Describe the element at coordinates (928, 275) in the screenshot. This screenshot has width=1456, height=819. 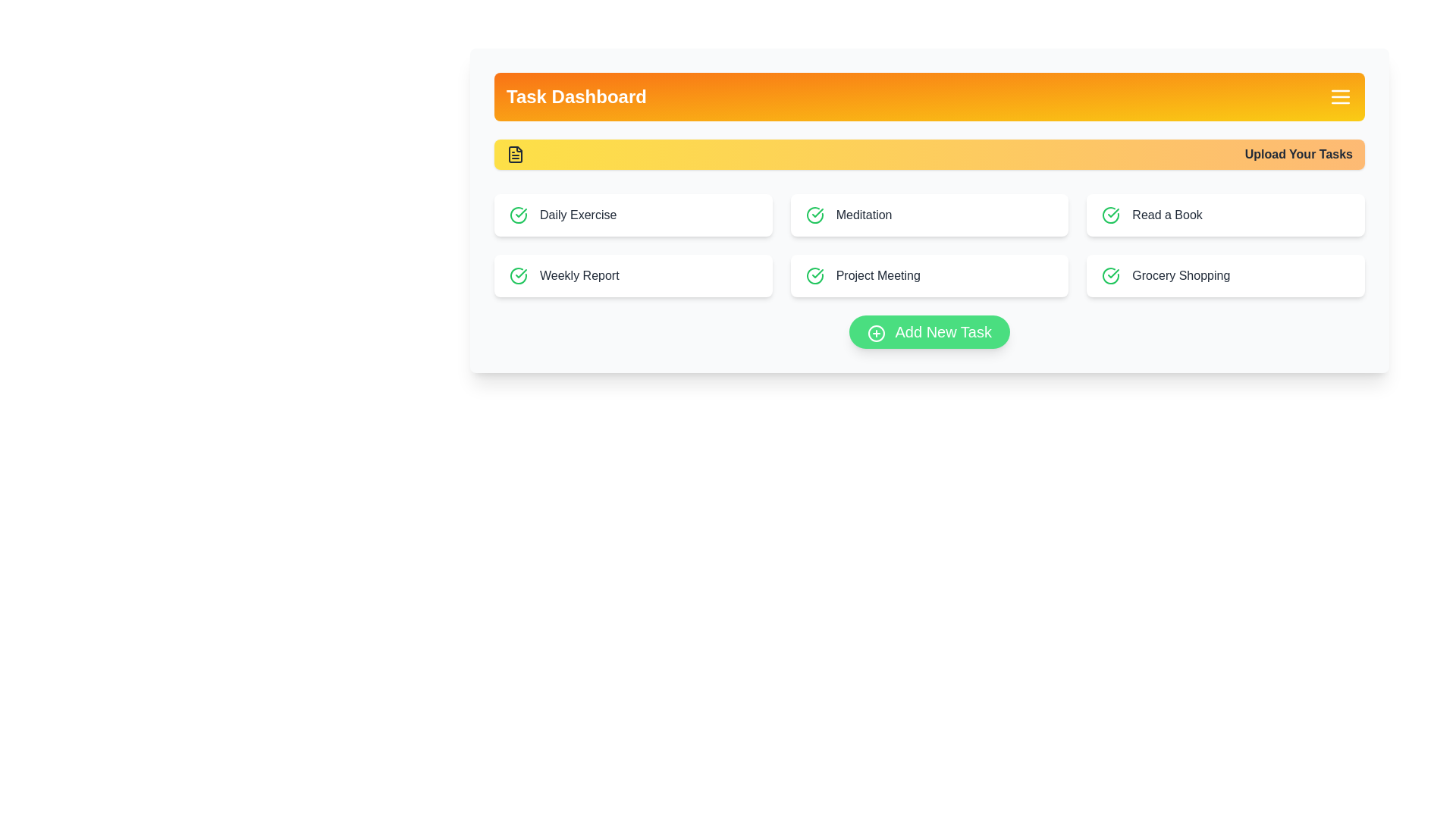
I see `the task 'Project Meeting' from the task list` at that location.